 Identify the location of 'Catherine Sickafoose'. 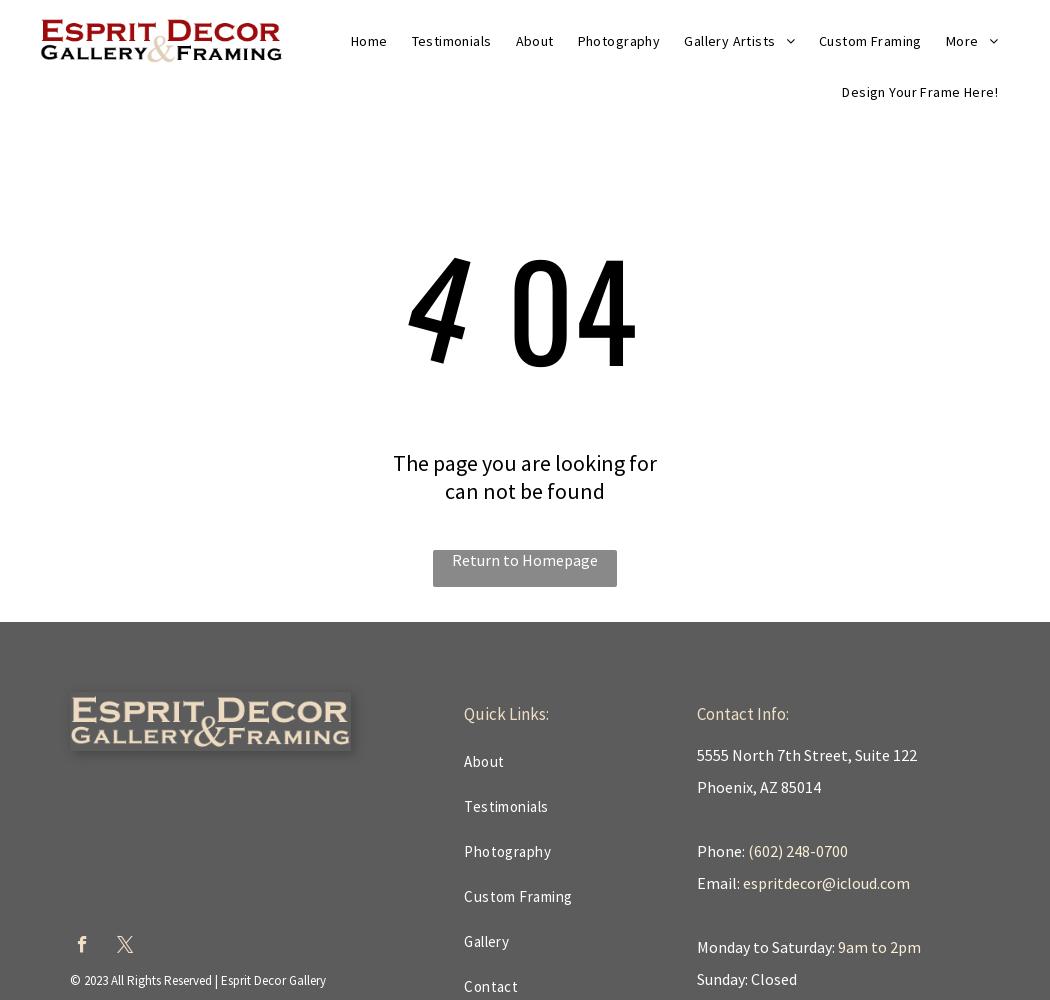
(770, 218).